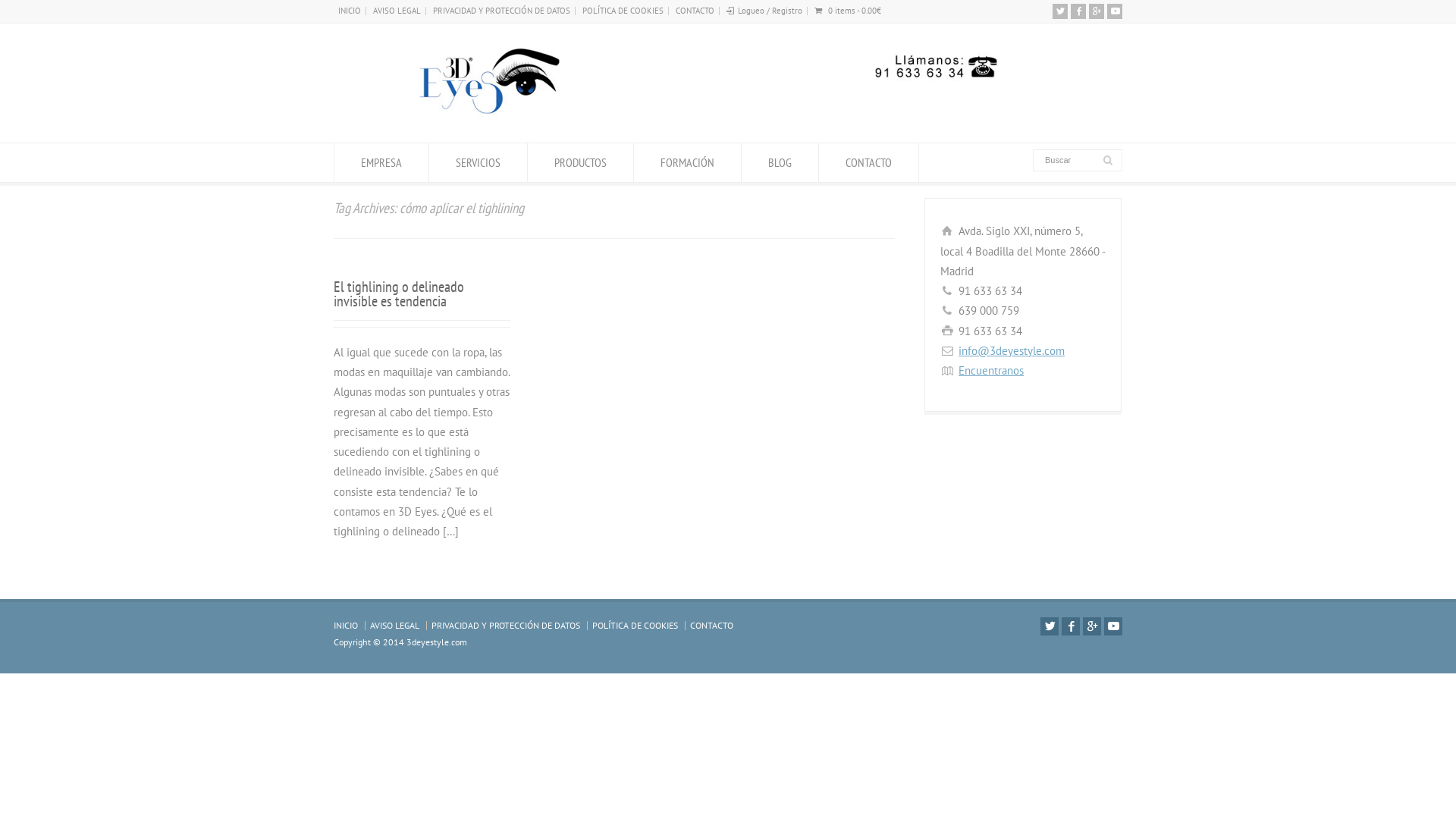 The image size is (1456, 819). I want to click on 'El tighlining o delineado invisible es tendencia', so click(399, 293).